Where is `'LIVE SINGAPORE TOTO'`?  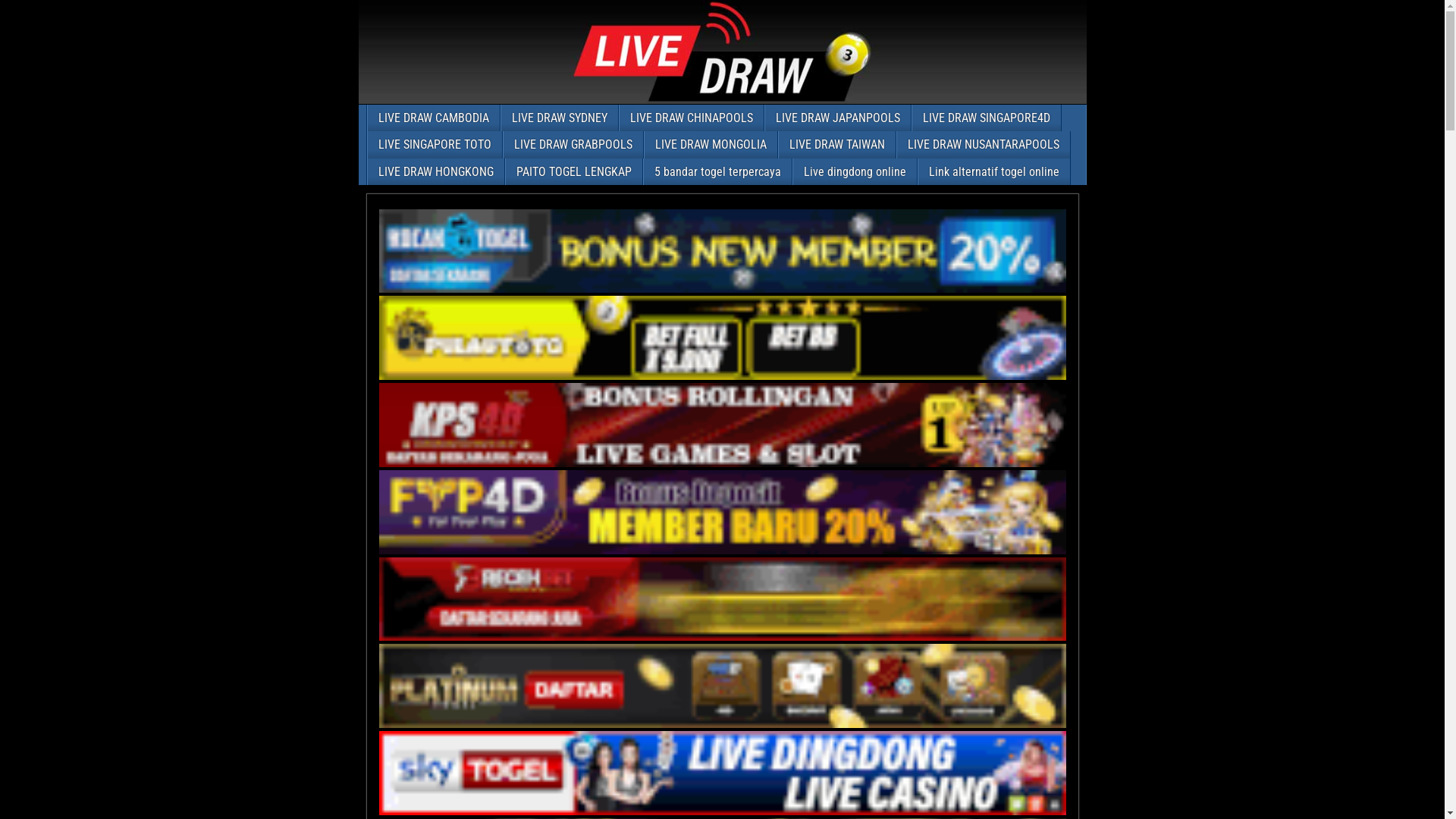 'LIVE SINGAPORE TOTO' is located at coordinates (433, 144).